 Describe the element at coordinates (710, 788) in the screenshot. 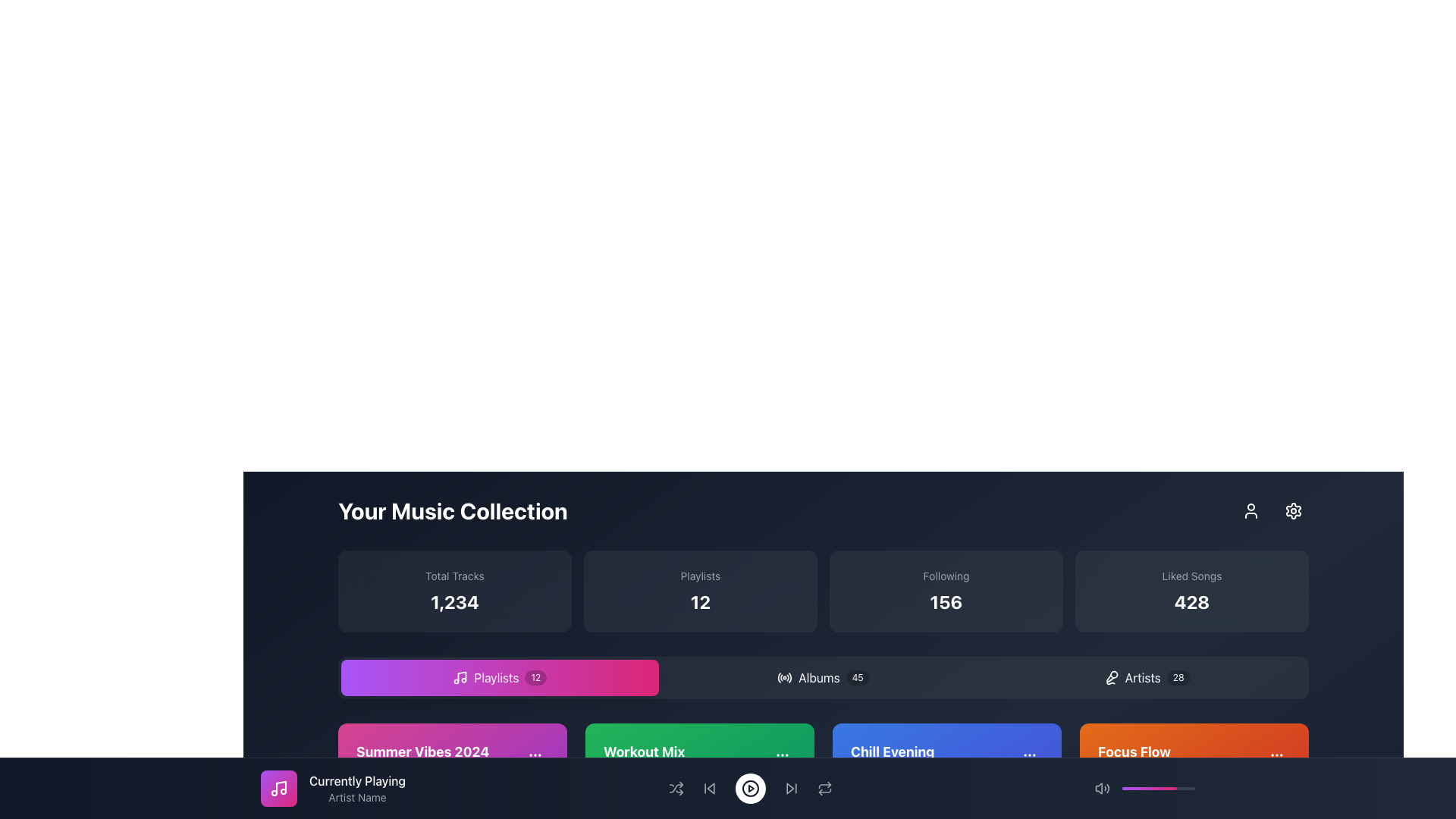

I see `the backward navigation or skip button located in the bottom control bar` at that location.